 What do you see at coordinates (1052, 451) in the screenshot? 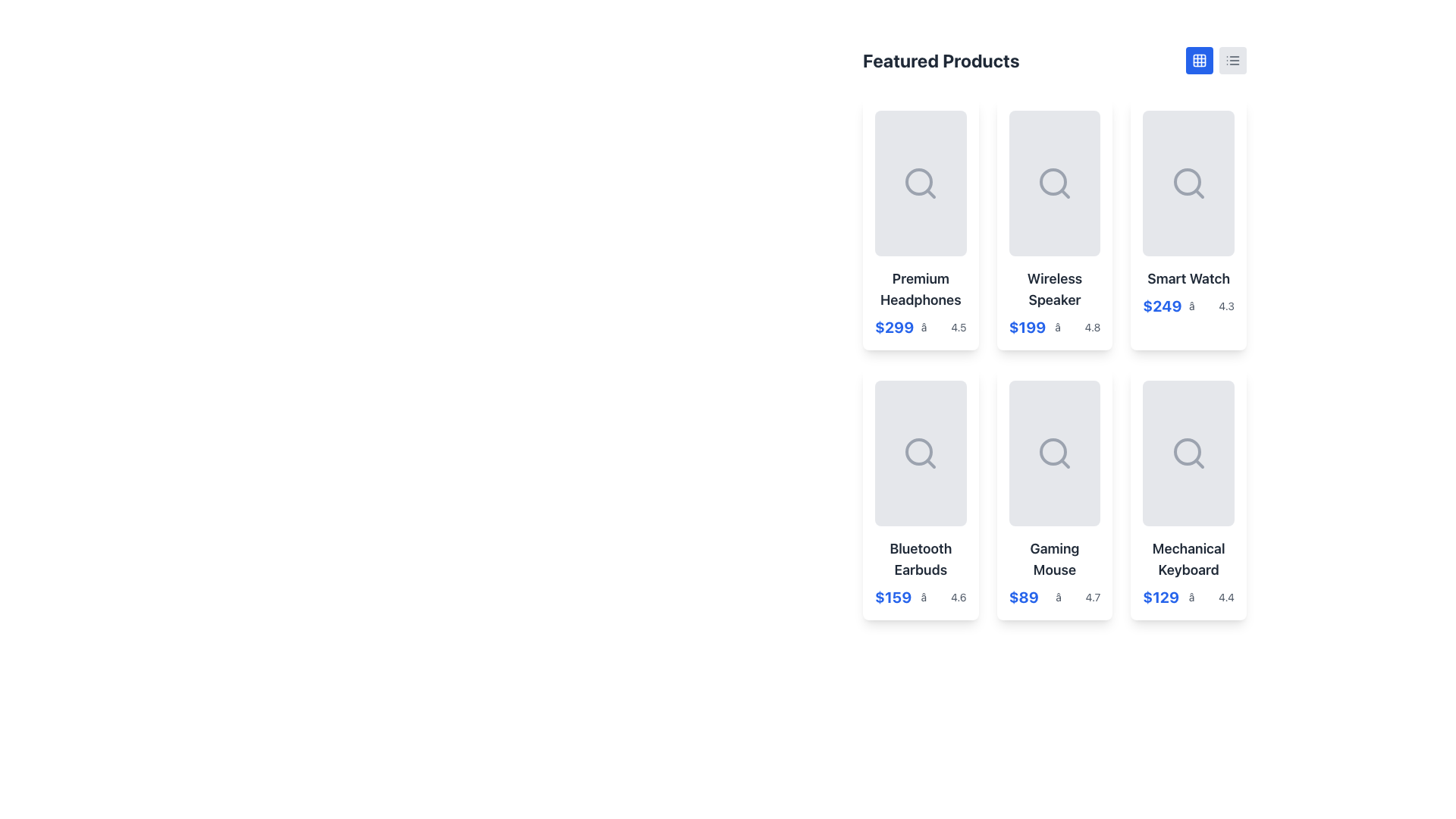
I see `the central circle of the search icon in the 'Gaming Mouse' card` at bounding box center [1052, 451].